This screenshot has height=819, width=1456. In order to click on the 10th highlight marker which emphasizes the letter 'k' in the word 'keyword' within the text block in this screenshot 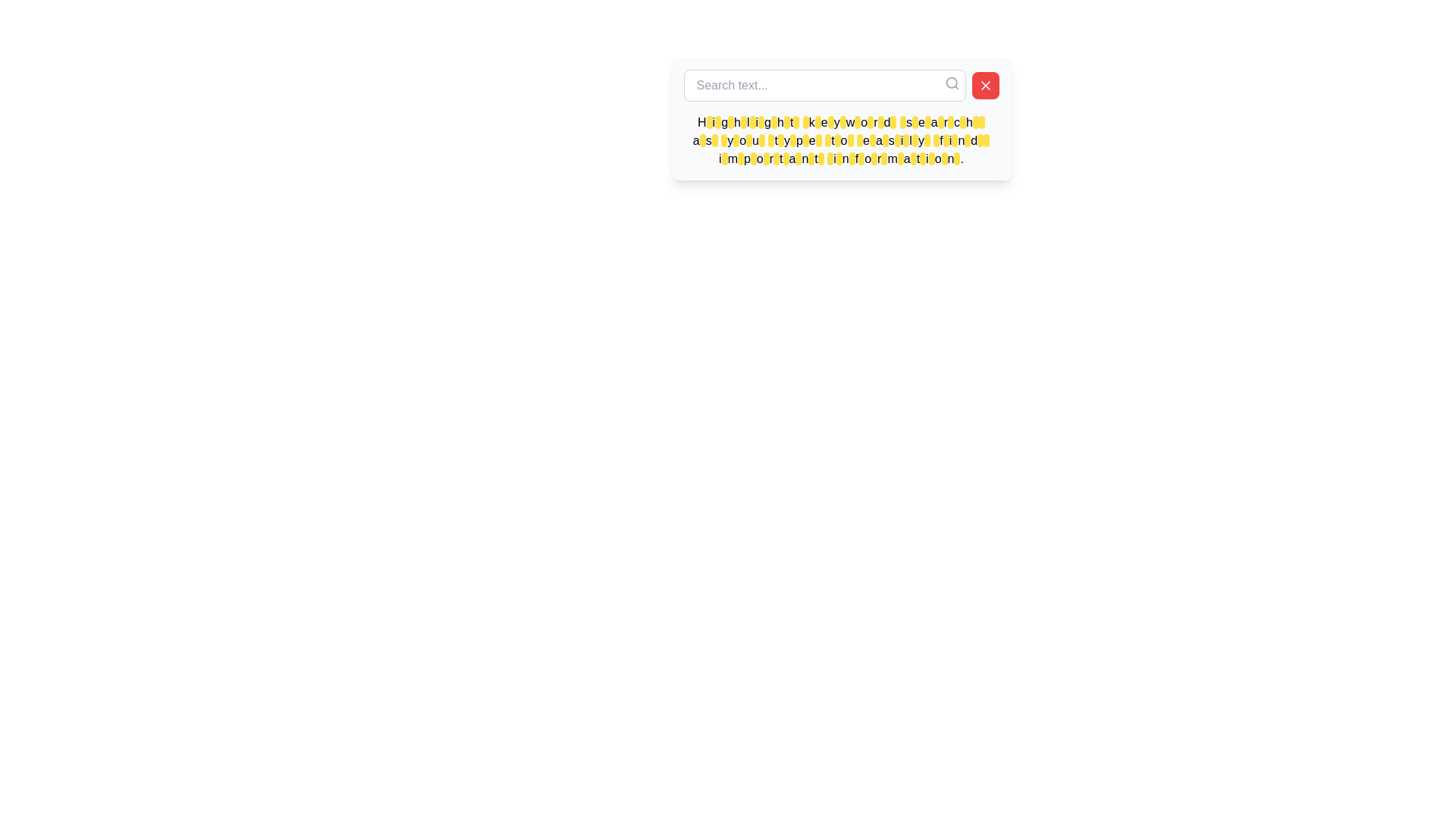, I will do `click(805, 121)`.